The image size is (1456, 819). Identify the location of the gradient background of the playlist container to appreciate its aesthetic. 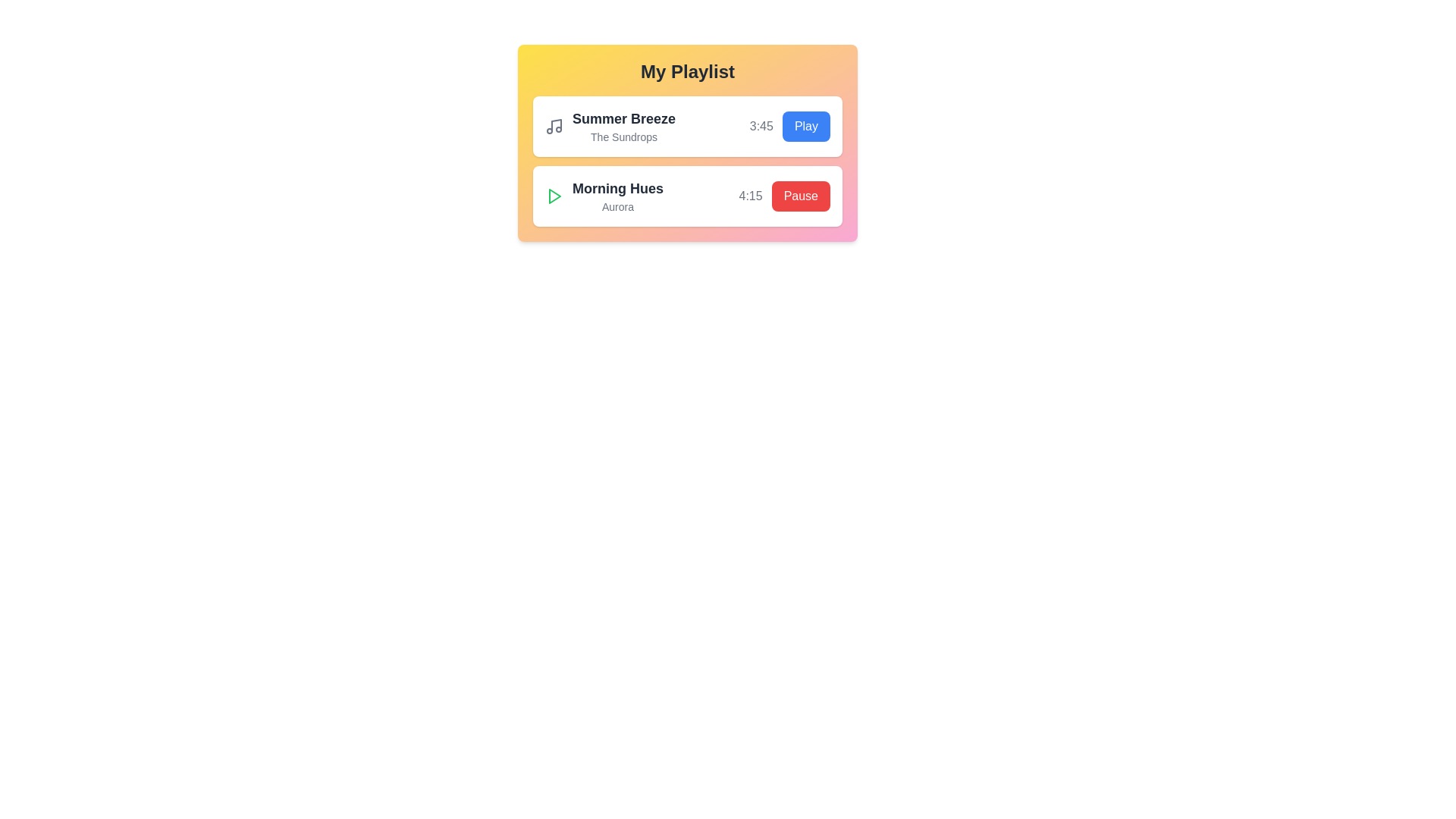
(687, 143).